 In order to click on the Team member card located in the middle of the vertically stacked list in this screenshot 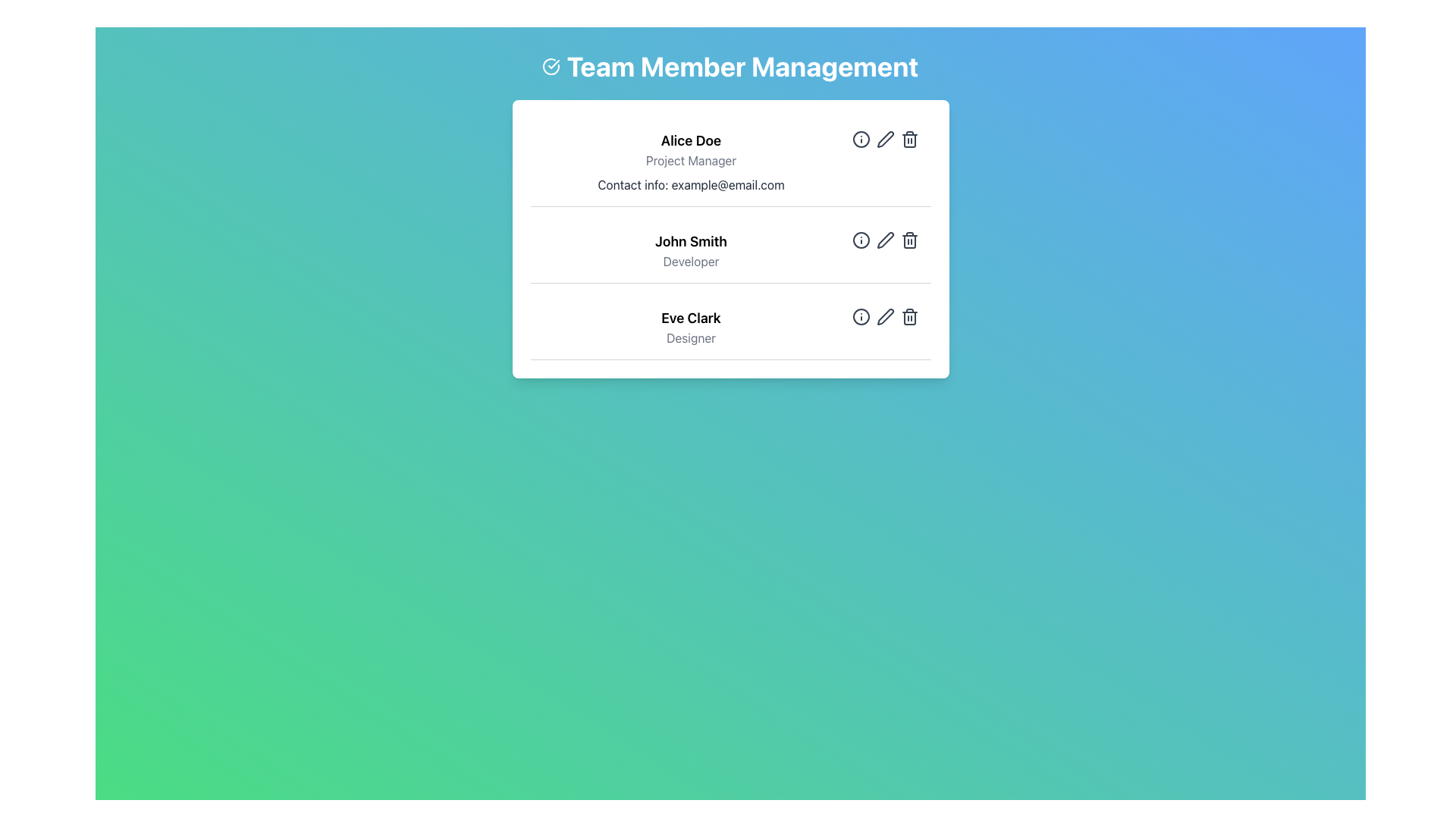, I will do `click(730, 239)`.